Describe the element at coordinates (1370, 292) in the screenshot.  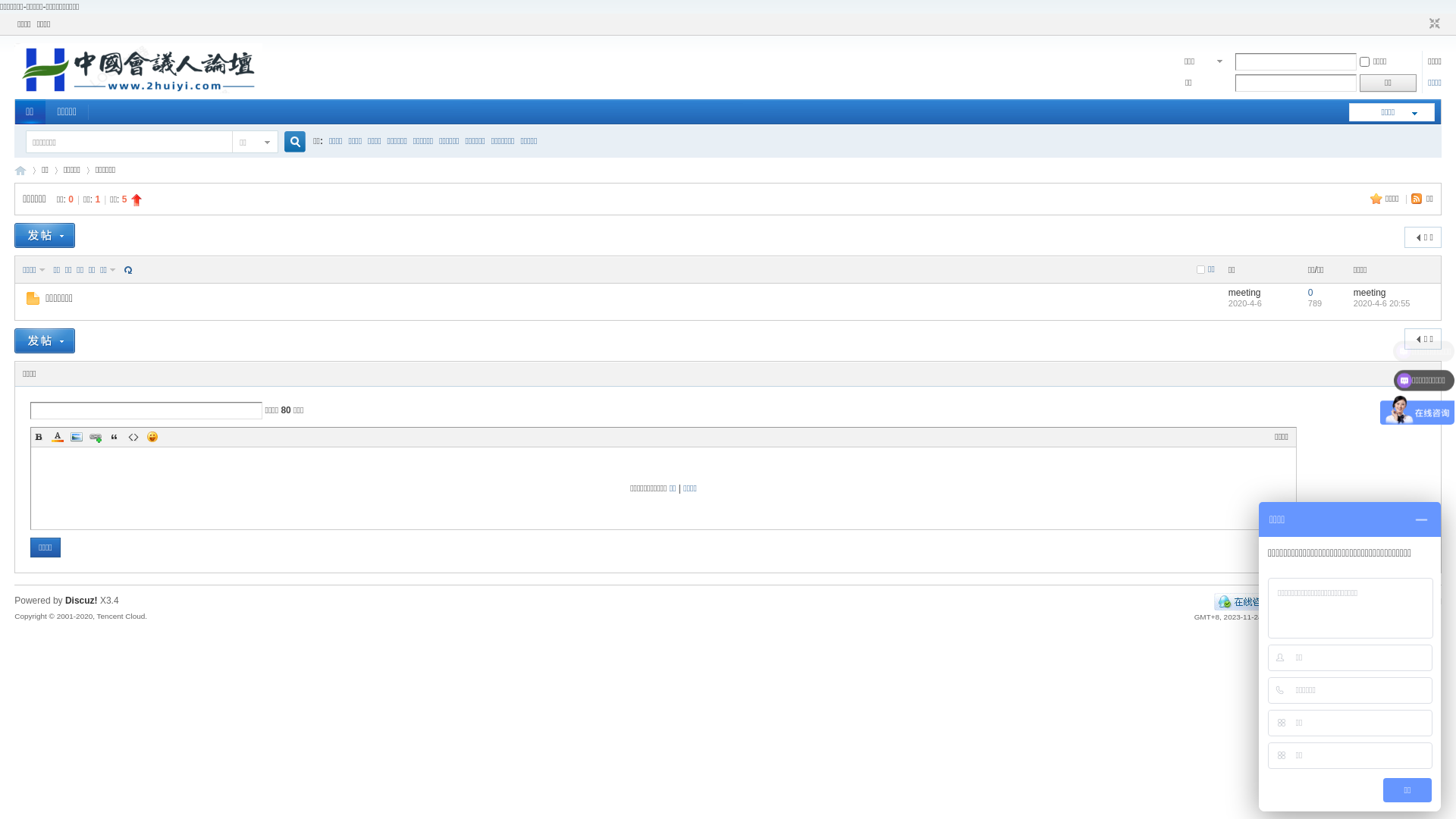
I see `'meeting'` at that location.